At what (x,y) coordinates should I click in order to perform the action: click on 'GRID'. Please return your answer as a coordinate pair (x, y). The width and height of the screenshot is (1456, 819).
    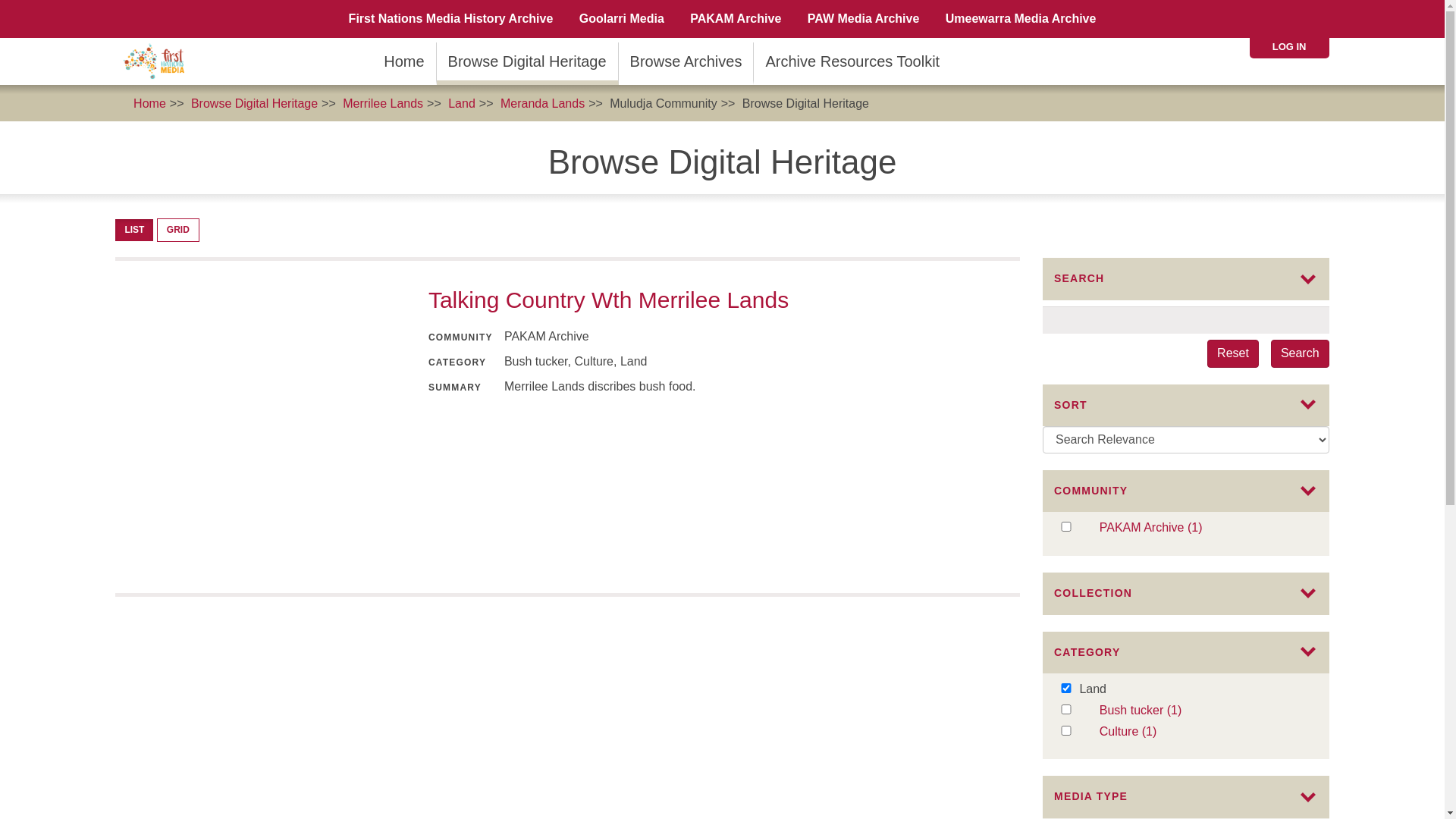
    Looking at the image, I should click on (178, 230).